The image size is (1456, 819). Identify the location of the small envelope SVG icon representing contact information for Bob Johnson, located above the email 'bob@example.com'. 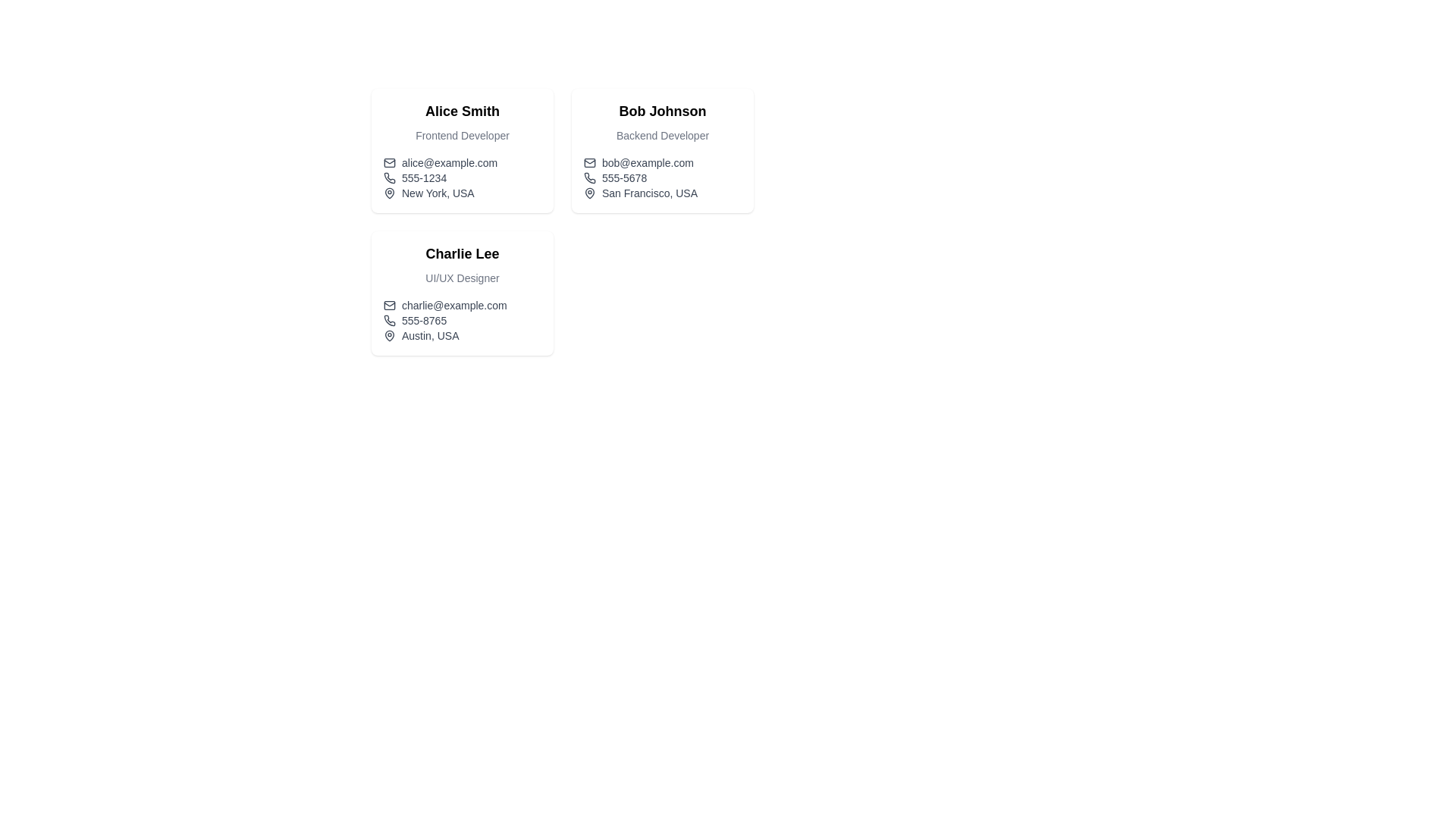
(588, 163).